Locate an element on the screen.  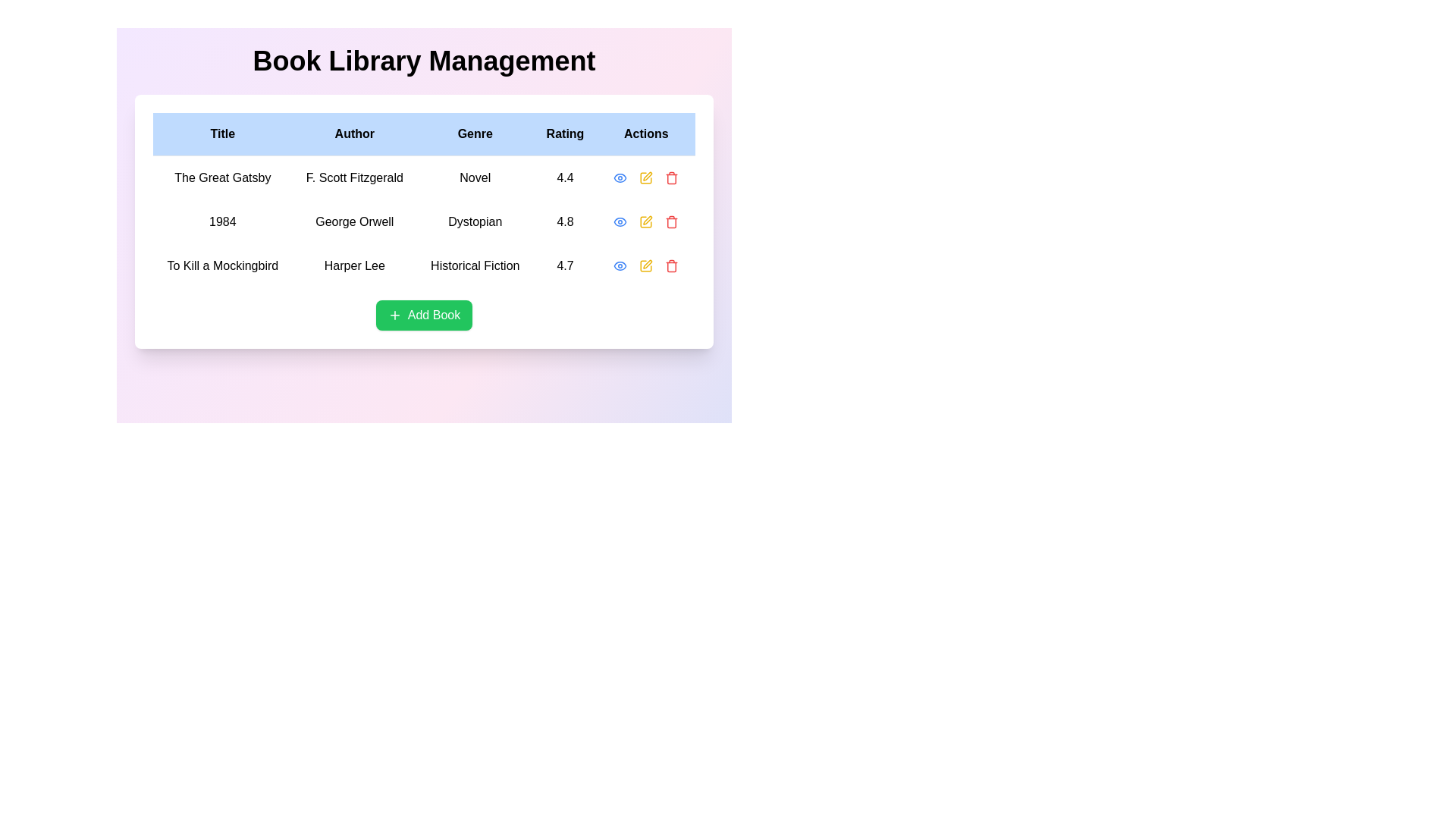
the edit icon button (pencil icon) in the Actions column of the third row corresponding to the book 'To Kill a Mockingbird' is located at coordinates (648, 263).